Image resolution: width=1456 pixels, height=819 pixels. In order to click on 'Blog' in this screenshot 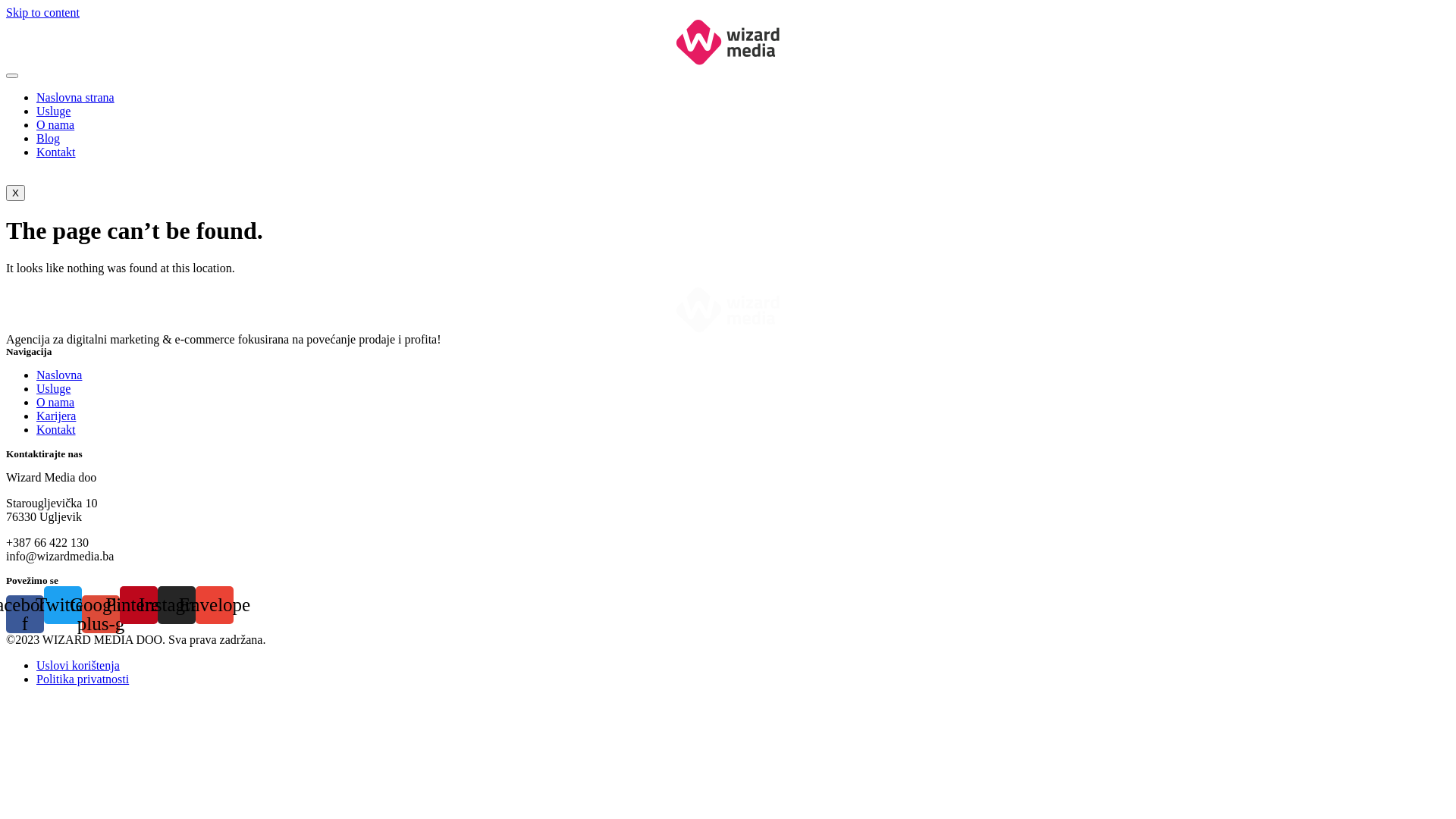, I will do `click(48, 138)`.